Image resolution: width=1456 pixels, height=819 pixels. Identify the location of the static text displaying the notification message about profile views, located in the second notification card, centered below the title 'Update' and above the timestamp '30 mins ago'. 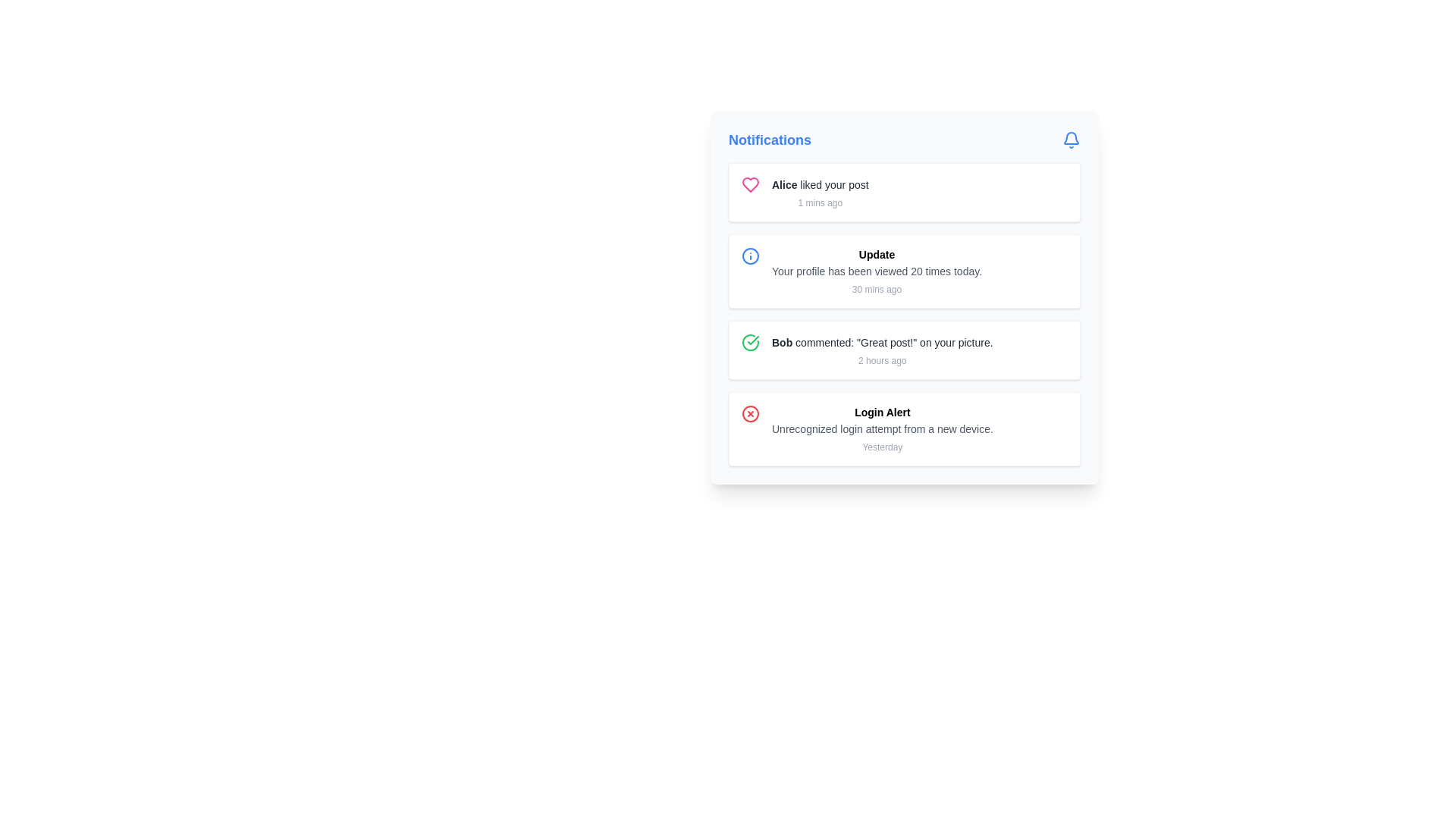
(877, 271).